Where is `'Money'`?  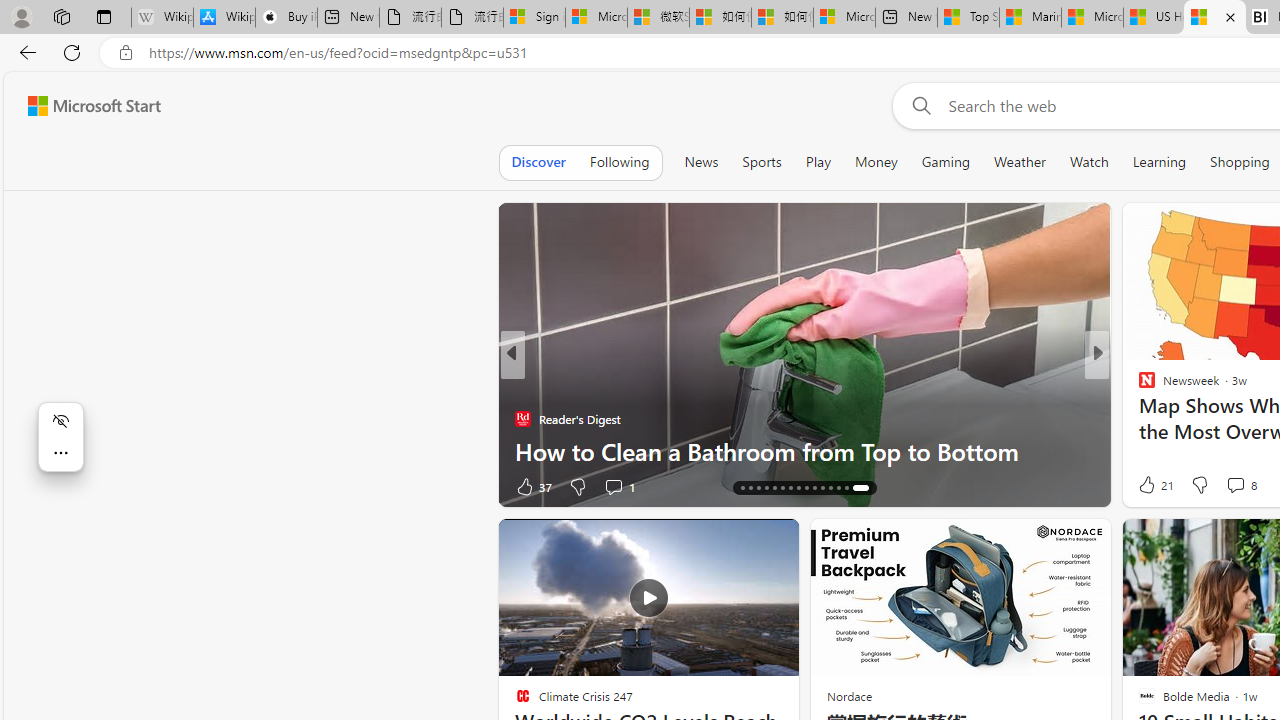
'Money' is located at coordinates (876, 161).